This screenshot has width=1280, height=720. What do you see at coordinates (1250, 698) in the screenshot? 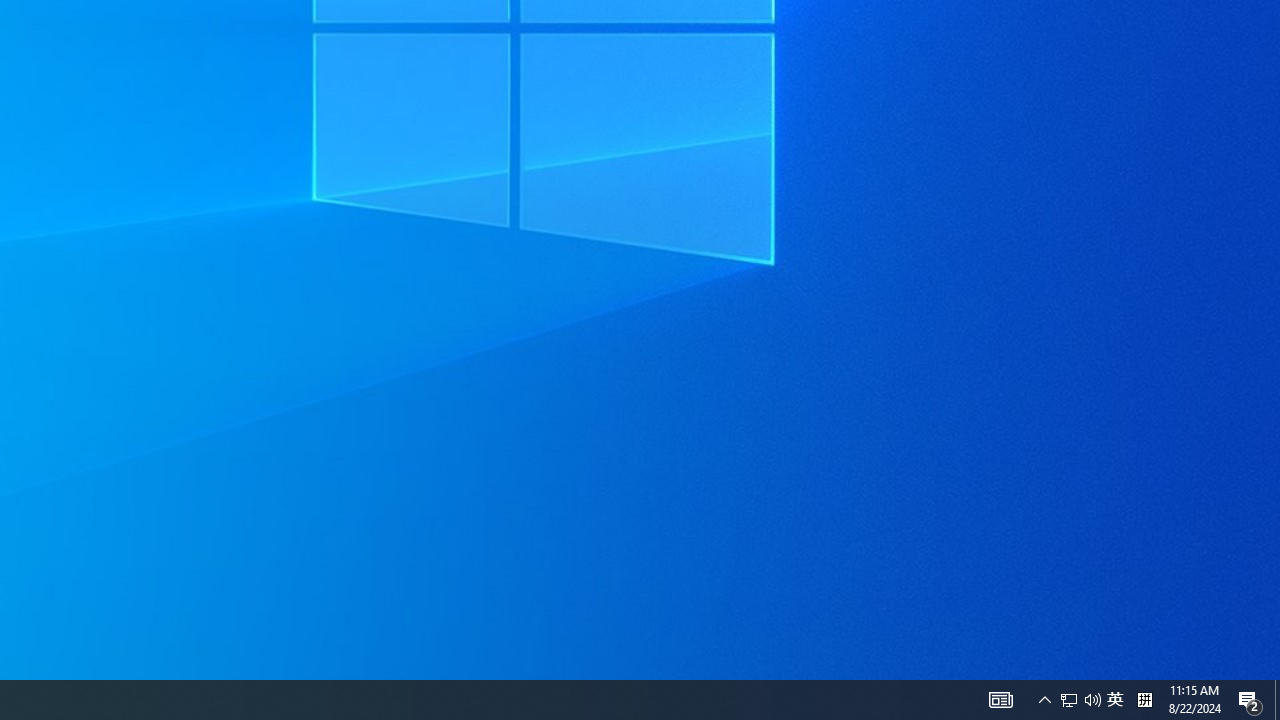
I see `'Action Center, 2 new notifications'` at bounding box center [1250, 698].